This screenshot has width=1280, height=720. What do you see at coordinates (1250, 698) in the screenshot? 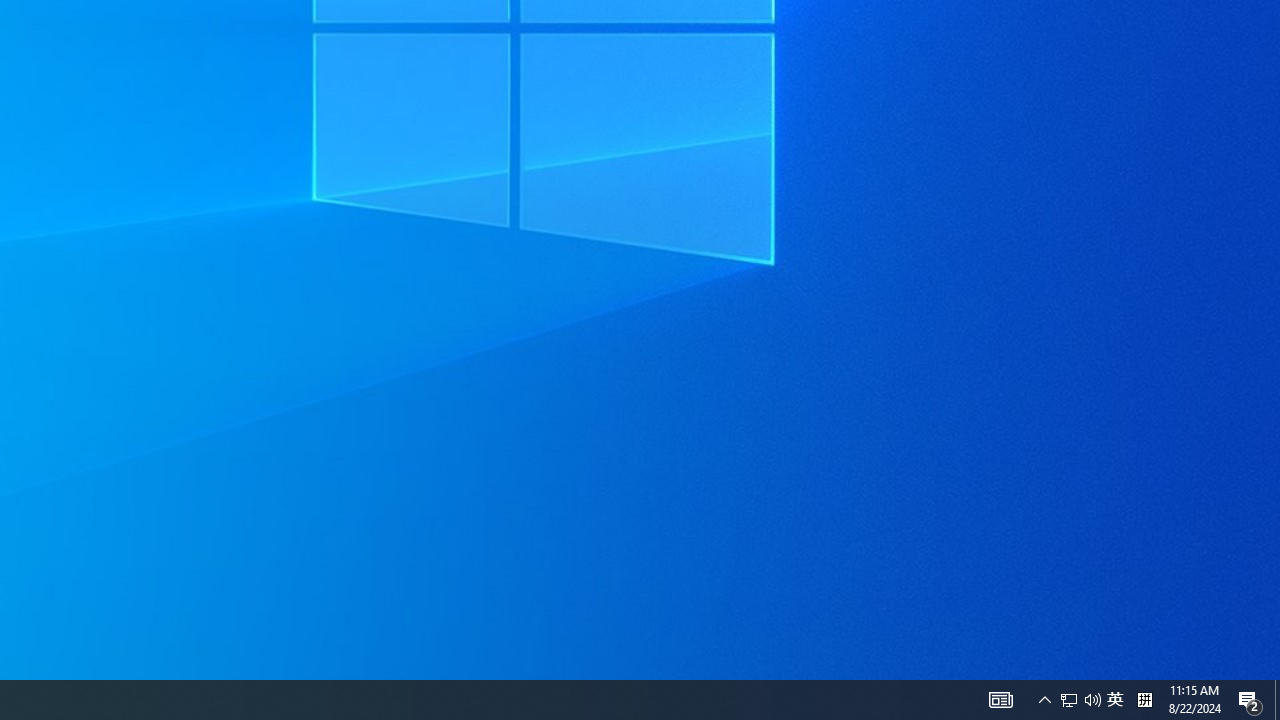
I see `'Action Center, 2 new notifications'` at bounding box center [1250, 698].